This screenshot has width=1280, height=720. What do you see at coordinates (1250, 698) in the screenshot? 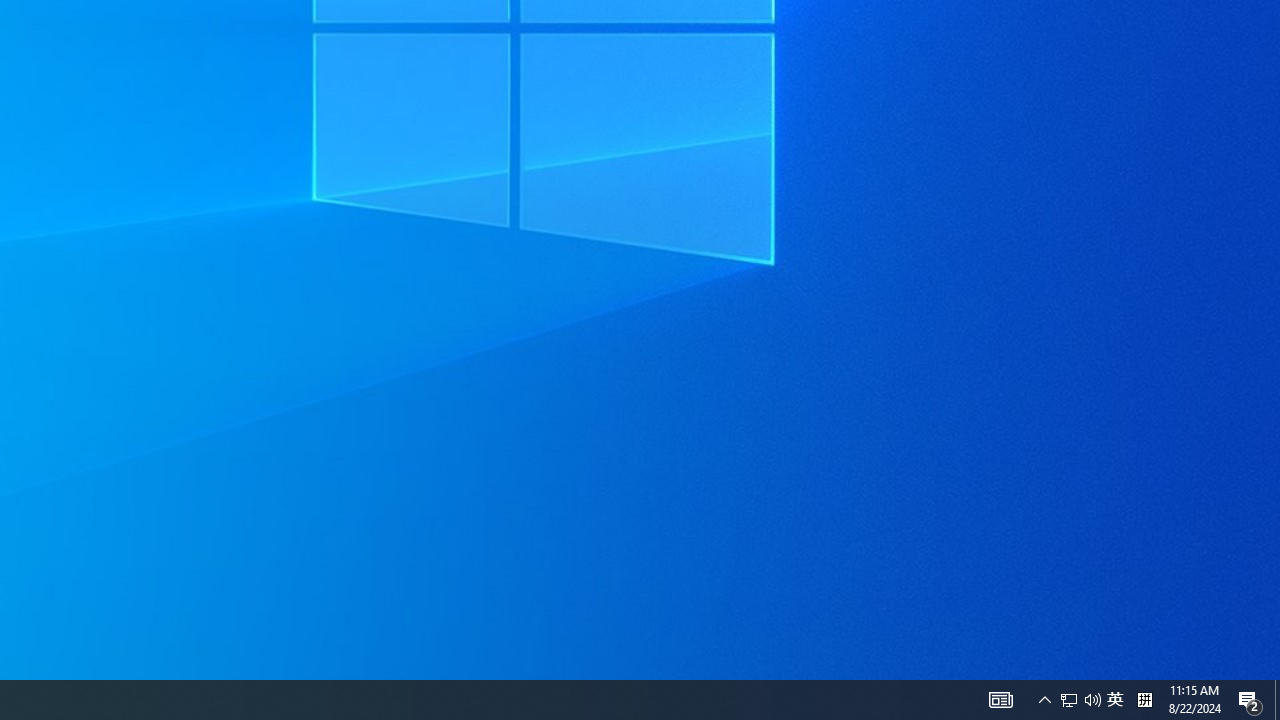
I see `'Action Center, 2 new notifications'` at bounding box center [1250, 698].